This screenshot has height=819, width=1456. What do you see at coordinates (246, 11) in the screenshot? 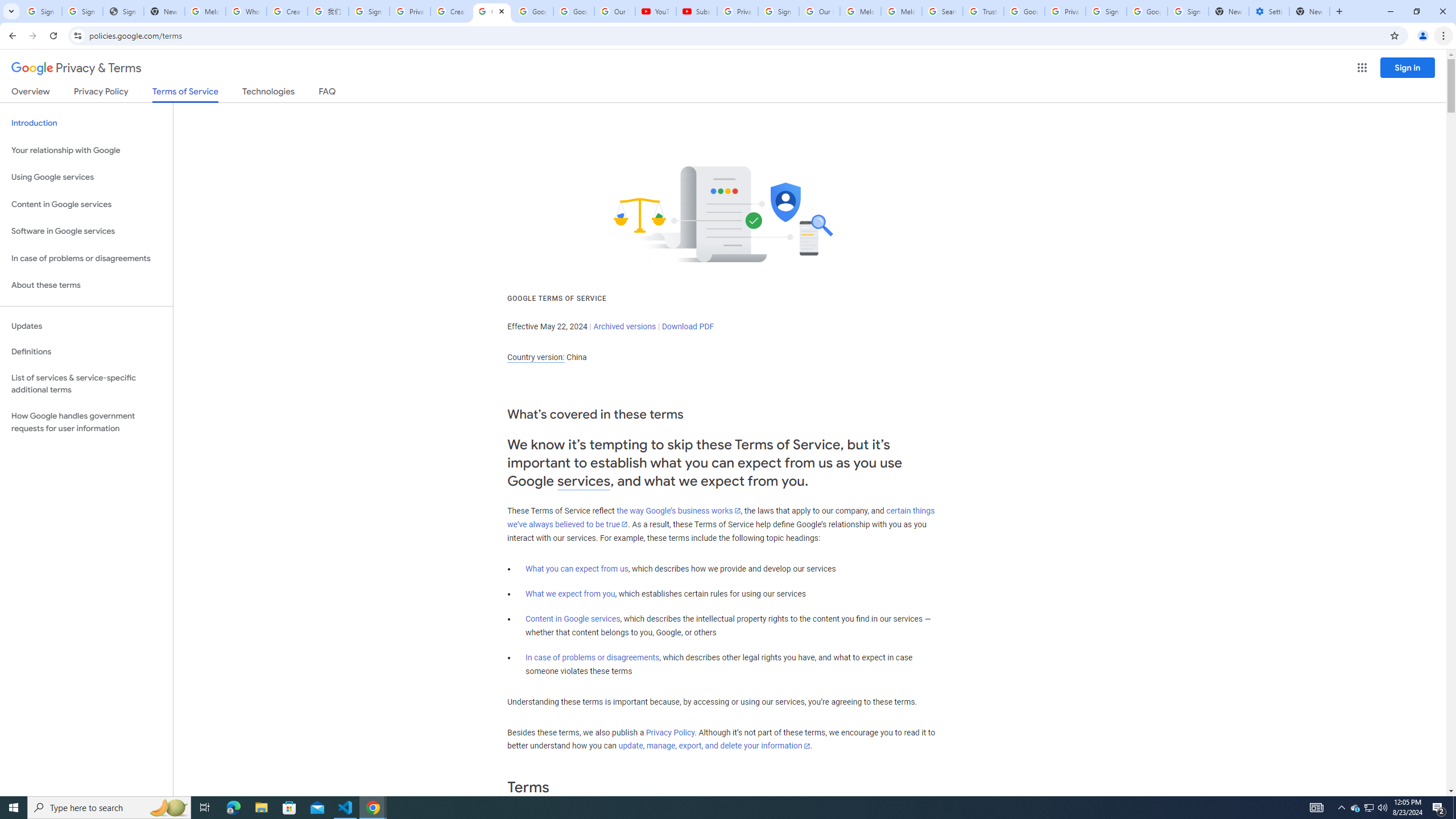
I see `'Who is my administrator? - Google Account Help'` at bounding box center [246, 11].